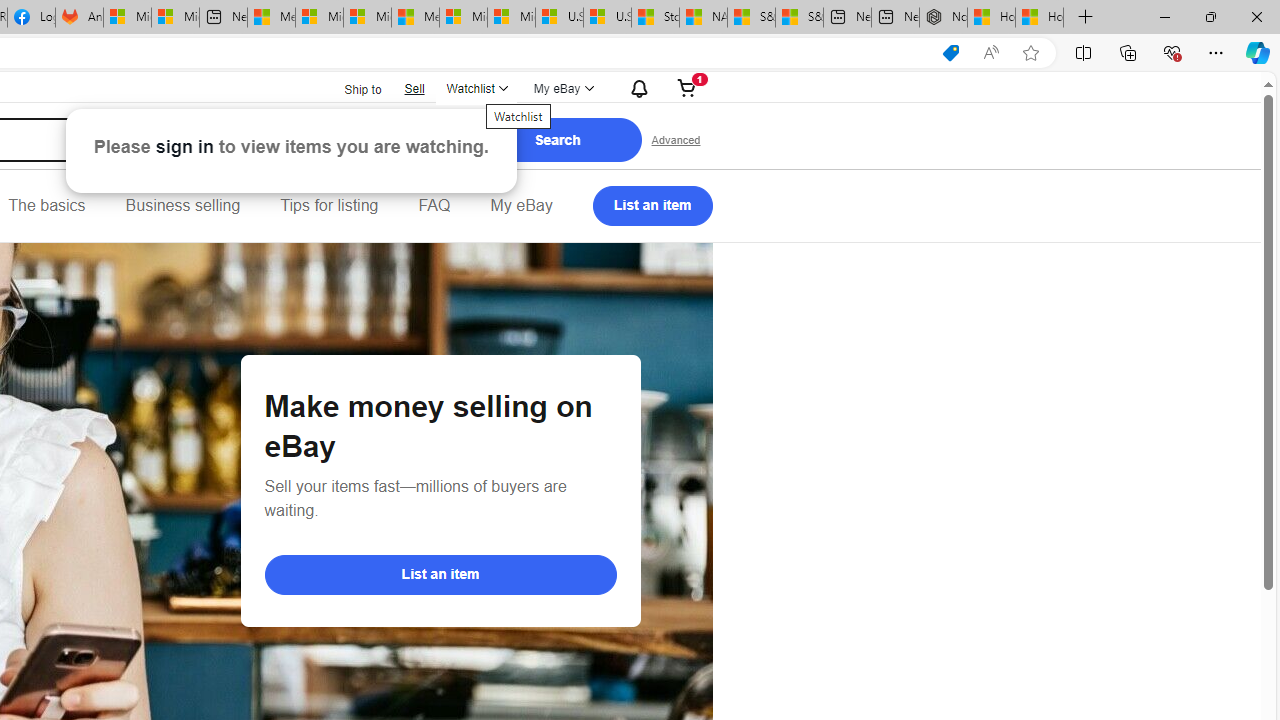 Image resolution: width=1280 pixels, height=720 pixels. What do you see at coordinates (561, 87) in the screenshot?
I see `'My eBayExpand My eBay'` at bounding box center [561, 87].